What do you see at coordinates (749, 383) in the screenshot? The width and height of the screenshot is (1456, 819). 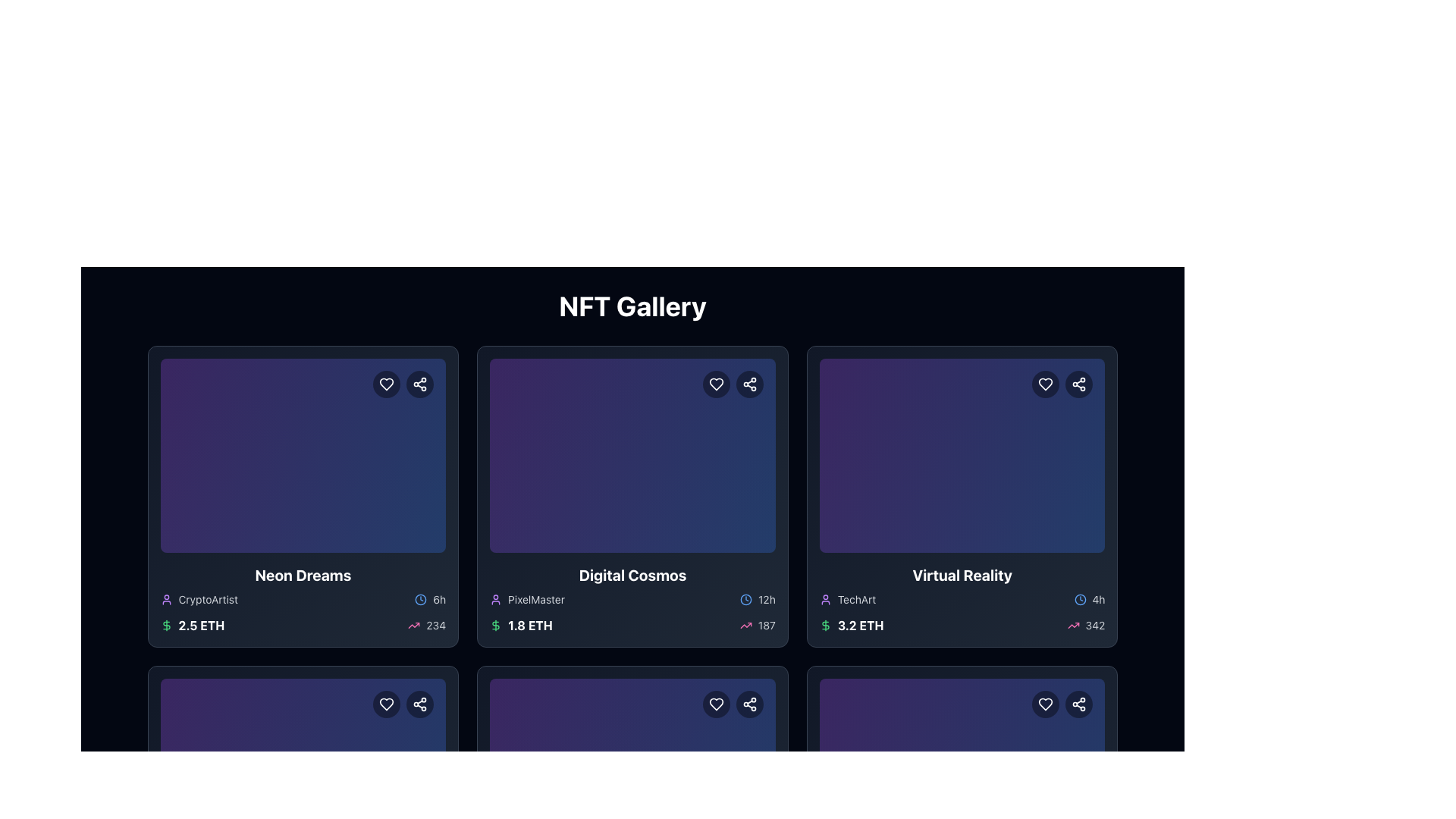 I see `the share icon button, which is represented by three interconnected circles within a black circular button, located in the upper-right corner of the 'Digital Cosmos' card` at bounding box center [749, 383].